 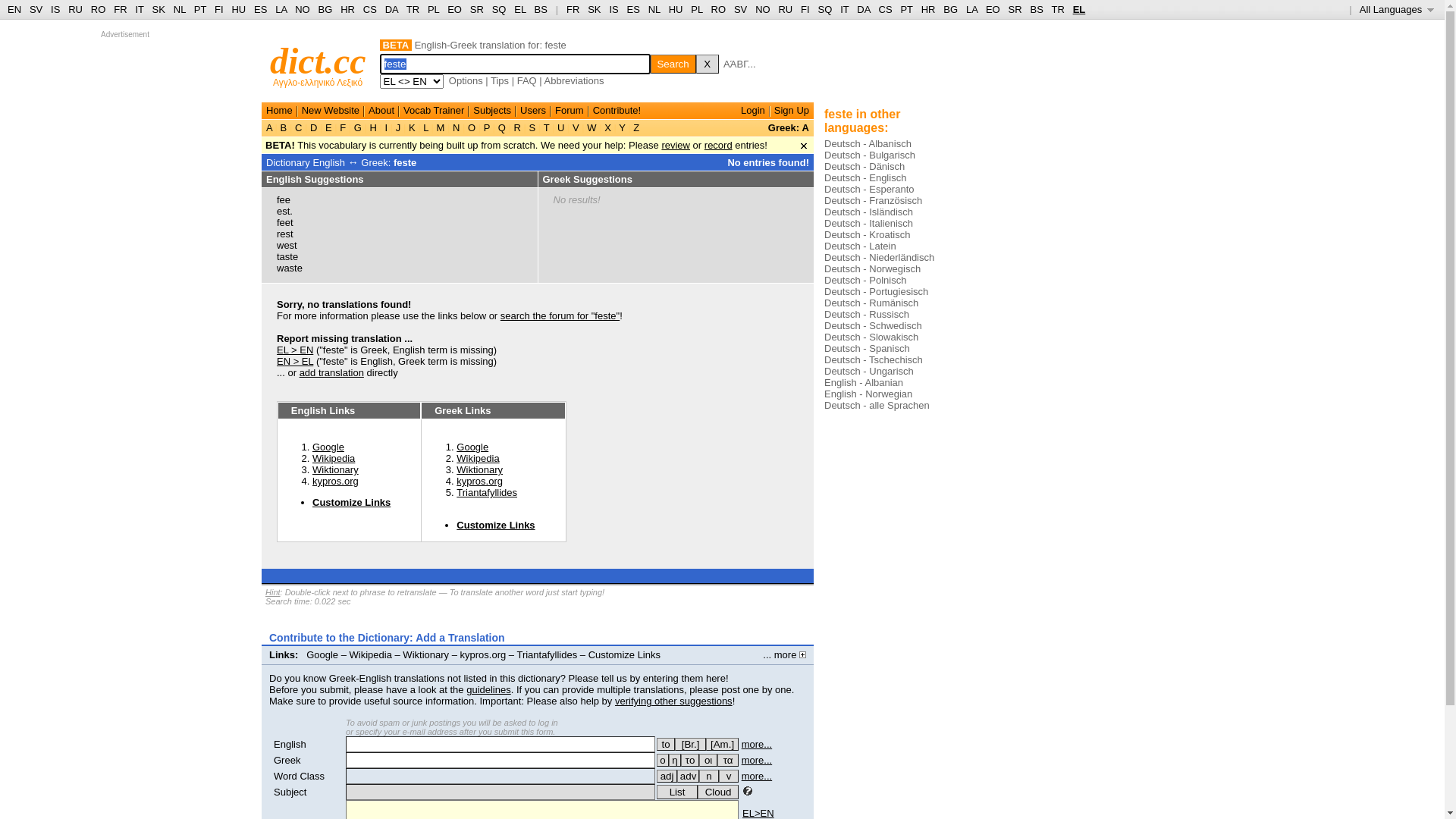 I want to click on 'Deutsch - Spanisch', so click(x=867, y=348).